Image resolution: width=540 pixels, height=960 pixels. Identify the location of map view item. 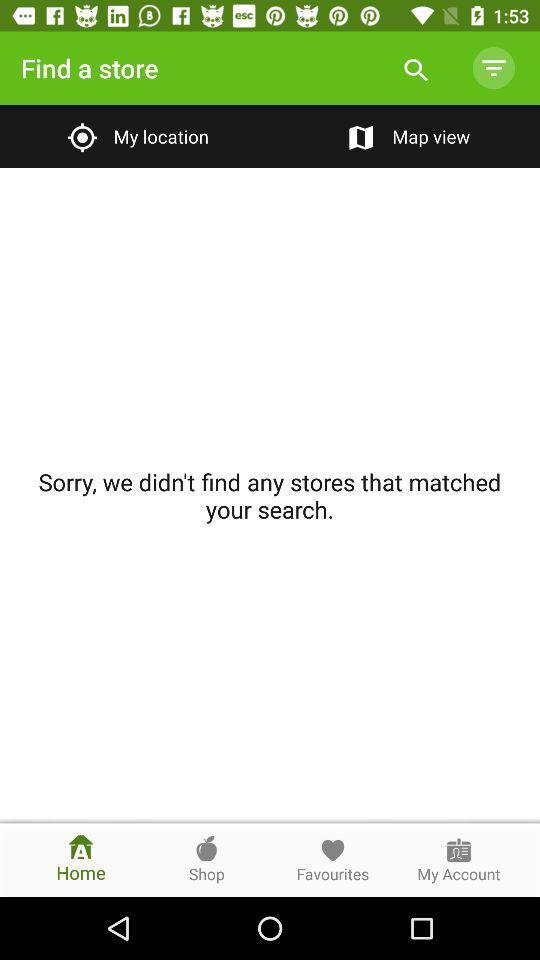
(405, 135).